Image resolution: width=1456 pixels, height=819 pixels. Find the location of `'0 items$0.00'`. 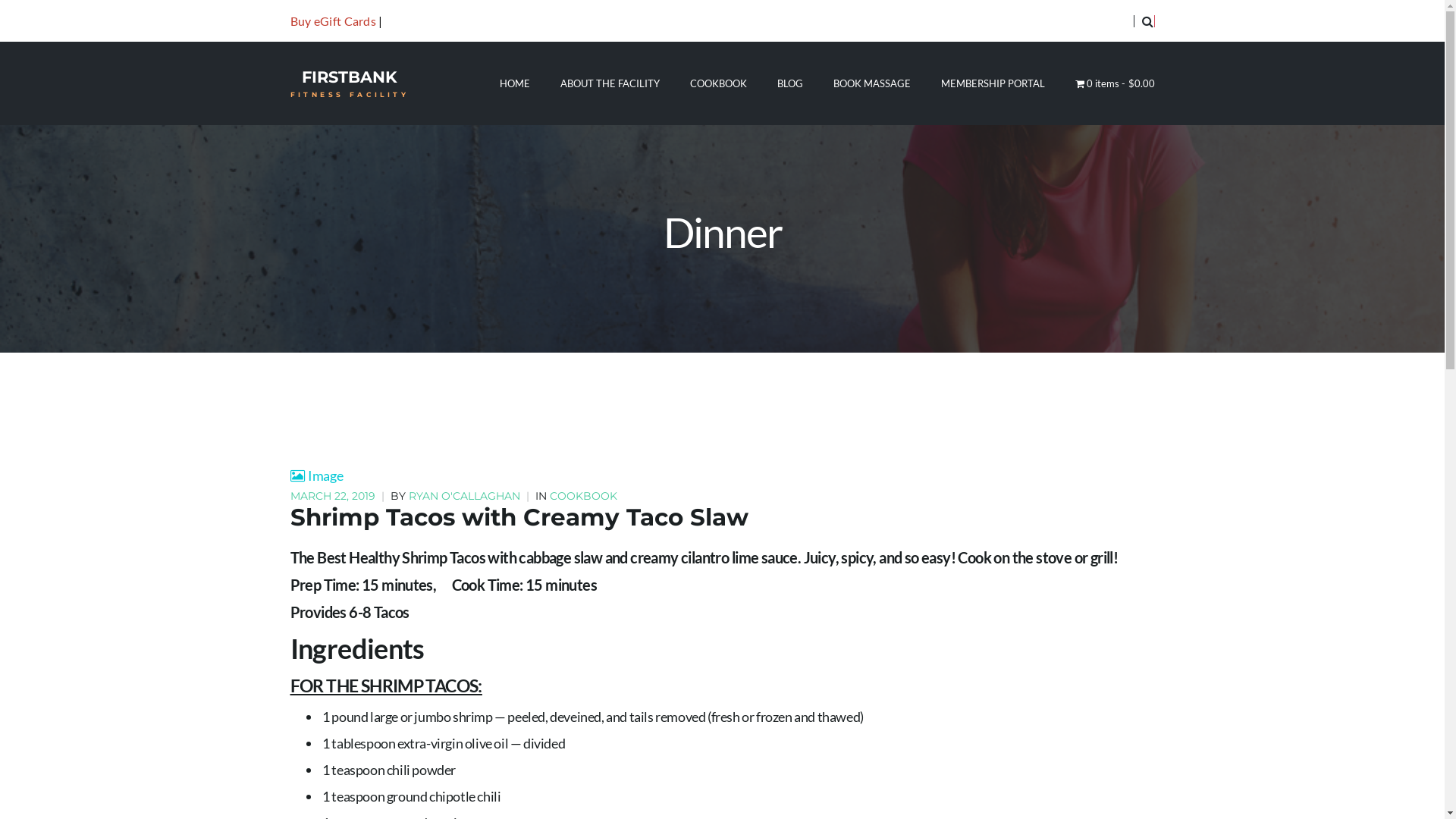

'0 items$0.00' is located at coordinates (1074, 83).